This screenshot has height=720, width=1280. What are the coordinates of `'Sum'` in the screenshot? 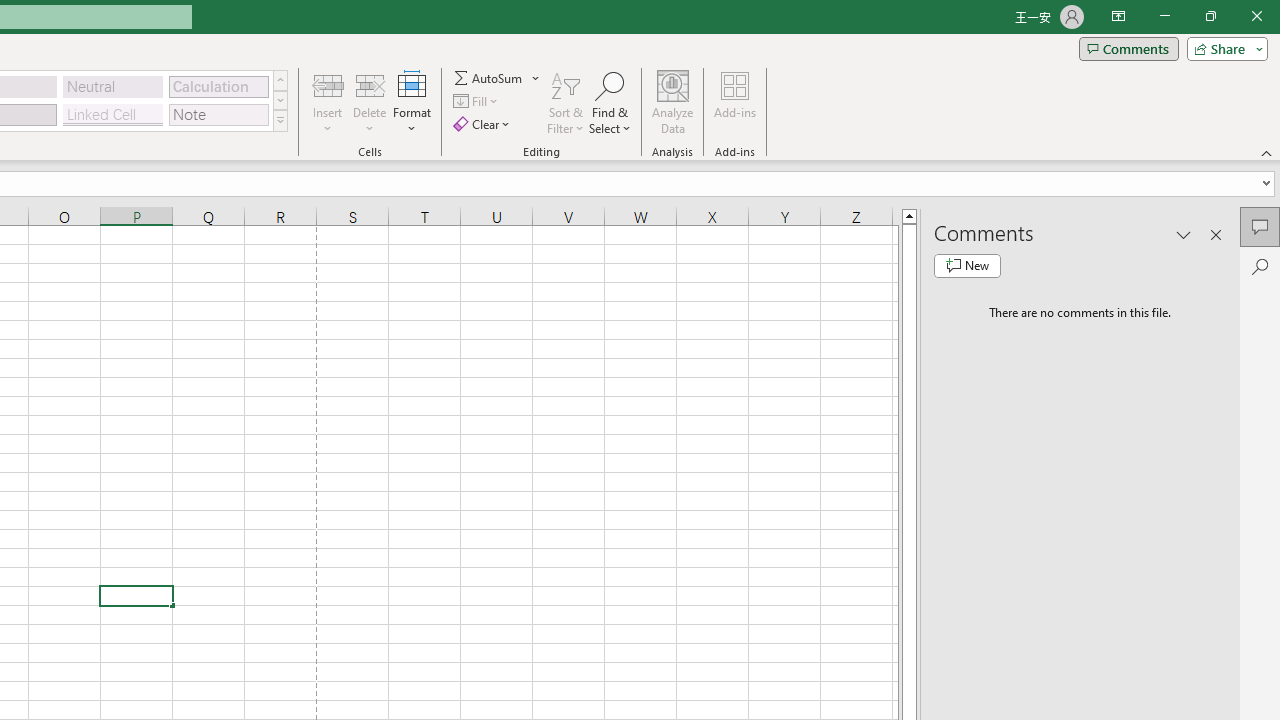 It's located at (489, 77).